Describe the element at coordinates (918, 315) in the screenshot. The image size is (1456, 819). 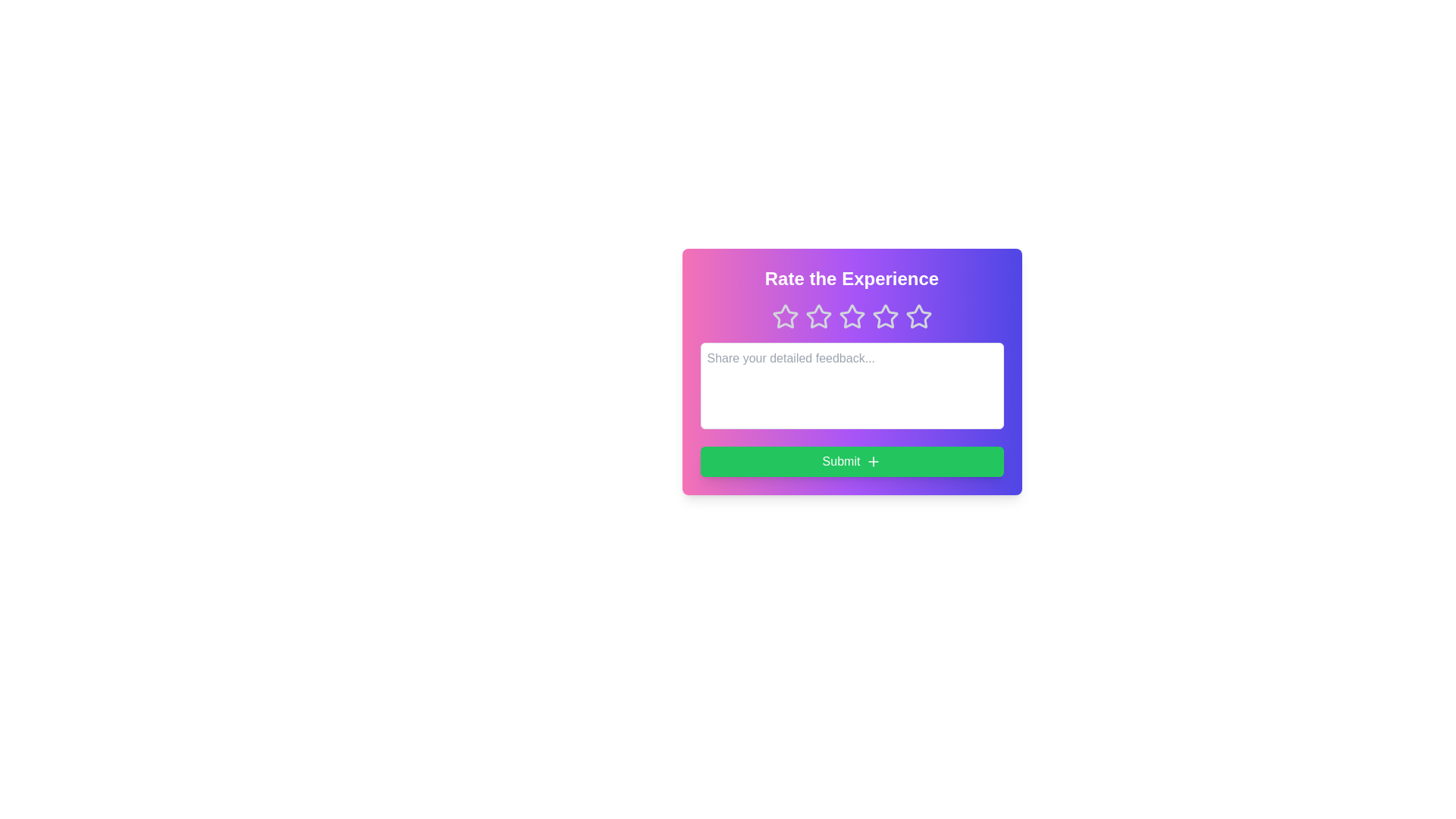
I see `the star corresponding to the desired rating 5` at that location.